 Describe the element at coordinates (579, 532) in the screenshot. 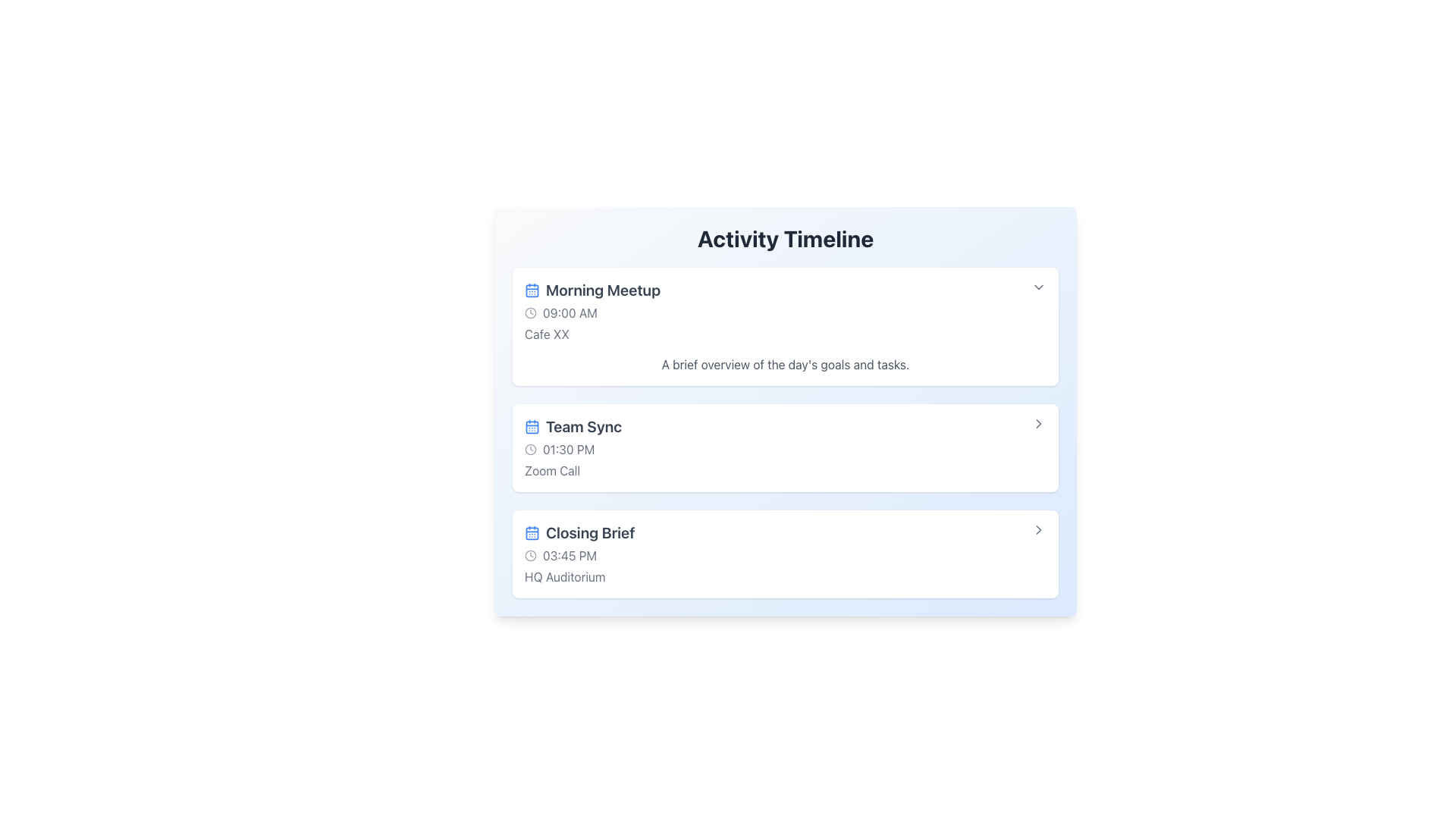

I see `the 'Closing Brief' text label with a calendar icon, which is styled with a larger font size and bold weight, located under the 'Team Sync' event in the 'Activity Timeline' card` at that location.